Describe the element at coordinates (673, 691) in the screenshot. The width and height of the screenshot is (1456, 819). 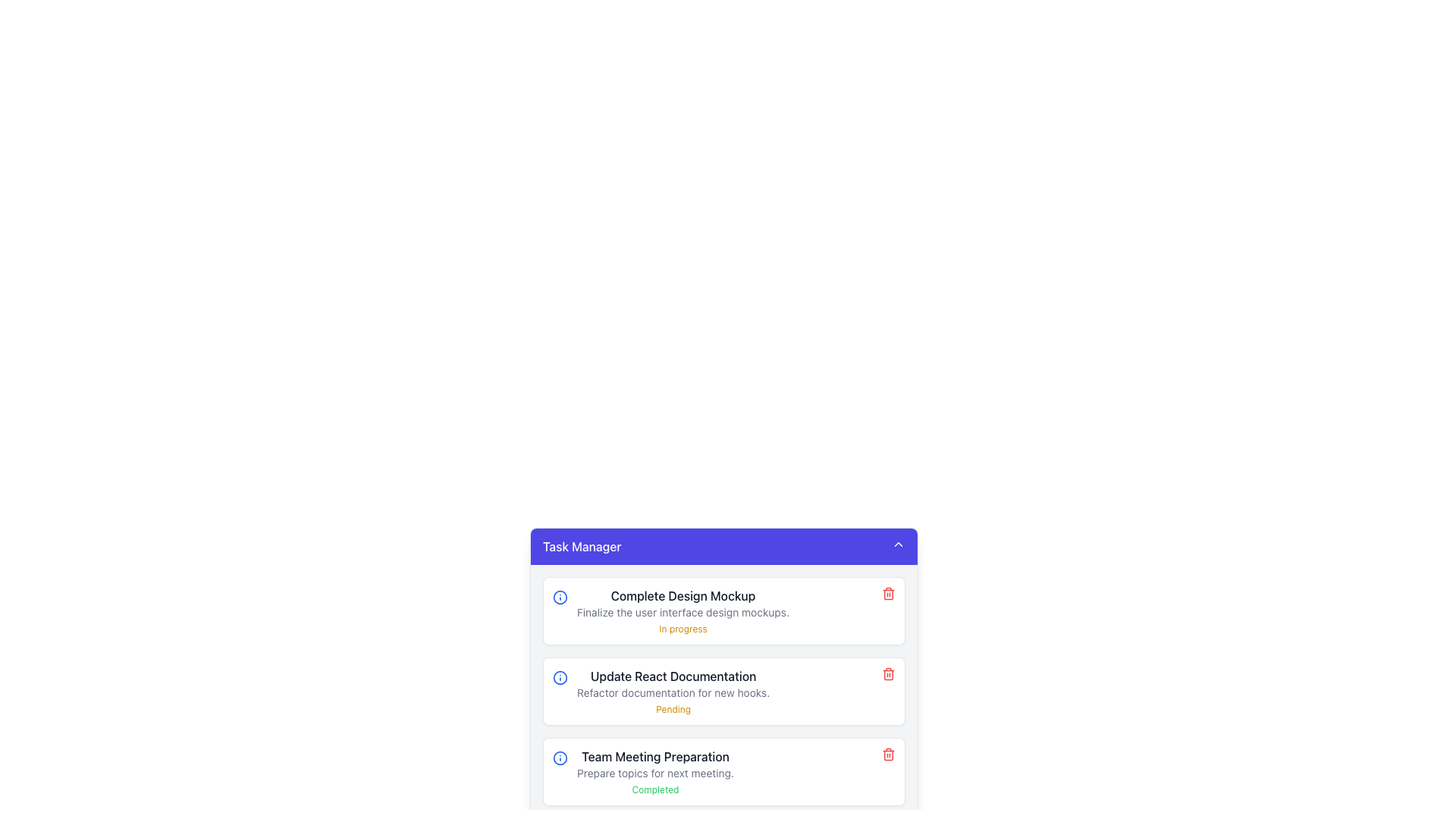
I see `the task item entry displaying its title and description for detailed task information, located in the task management system beneath 'Complete Design Mockup' and above 'Team Meeting Preparation'` at that location.